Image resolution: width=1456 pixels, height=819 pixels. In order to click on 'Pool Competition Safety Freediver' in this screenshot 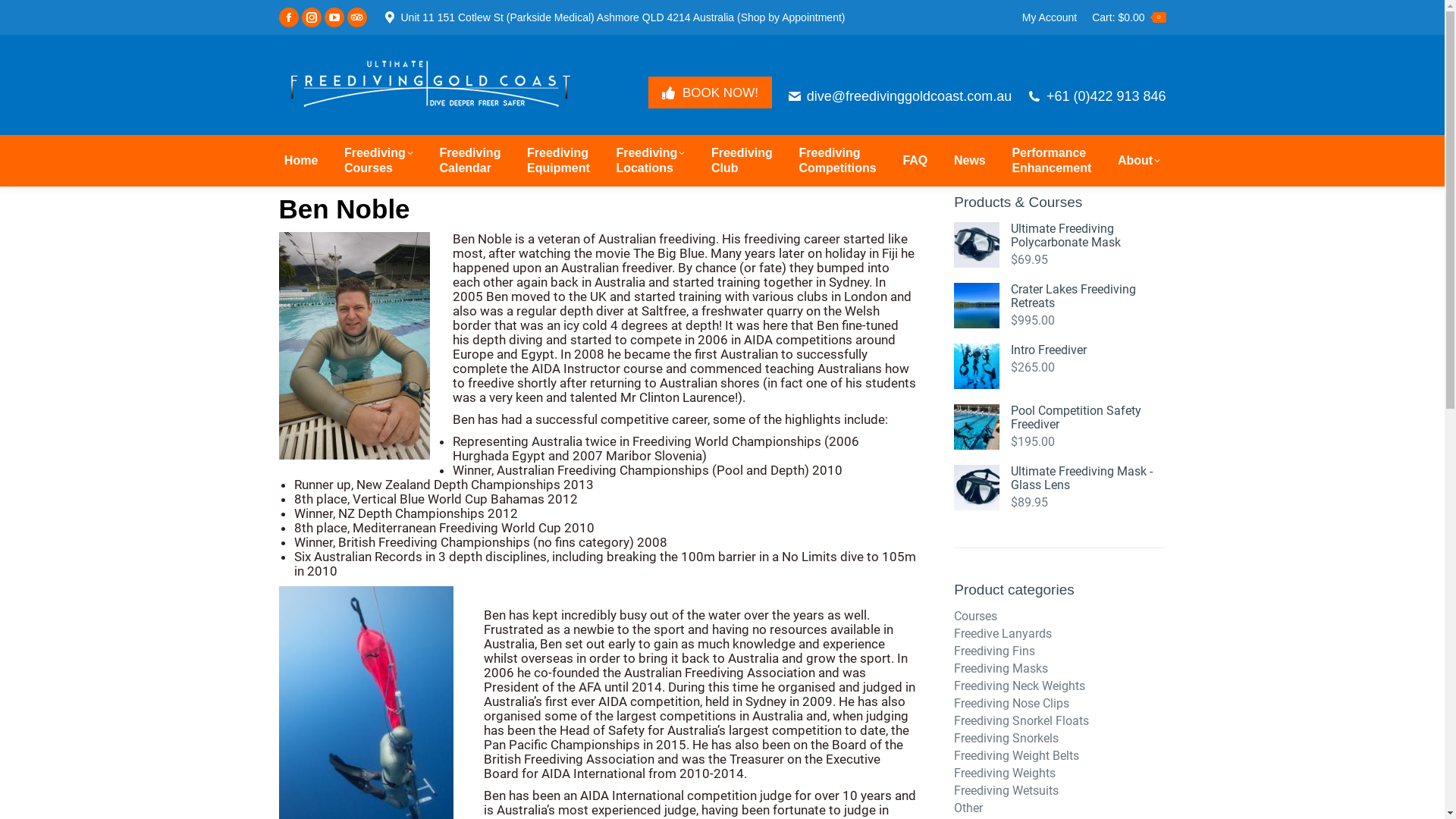, I will do `click(1087, 418)`.